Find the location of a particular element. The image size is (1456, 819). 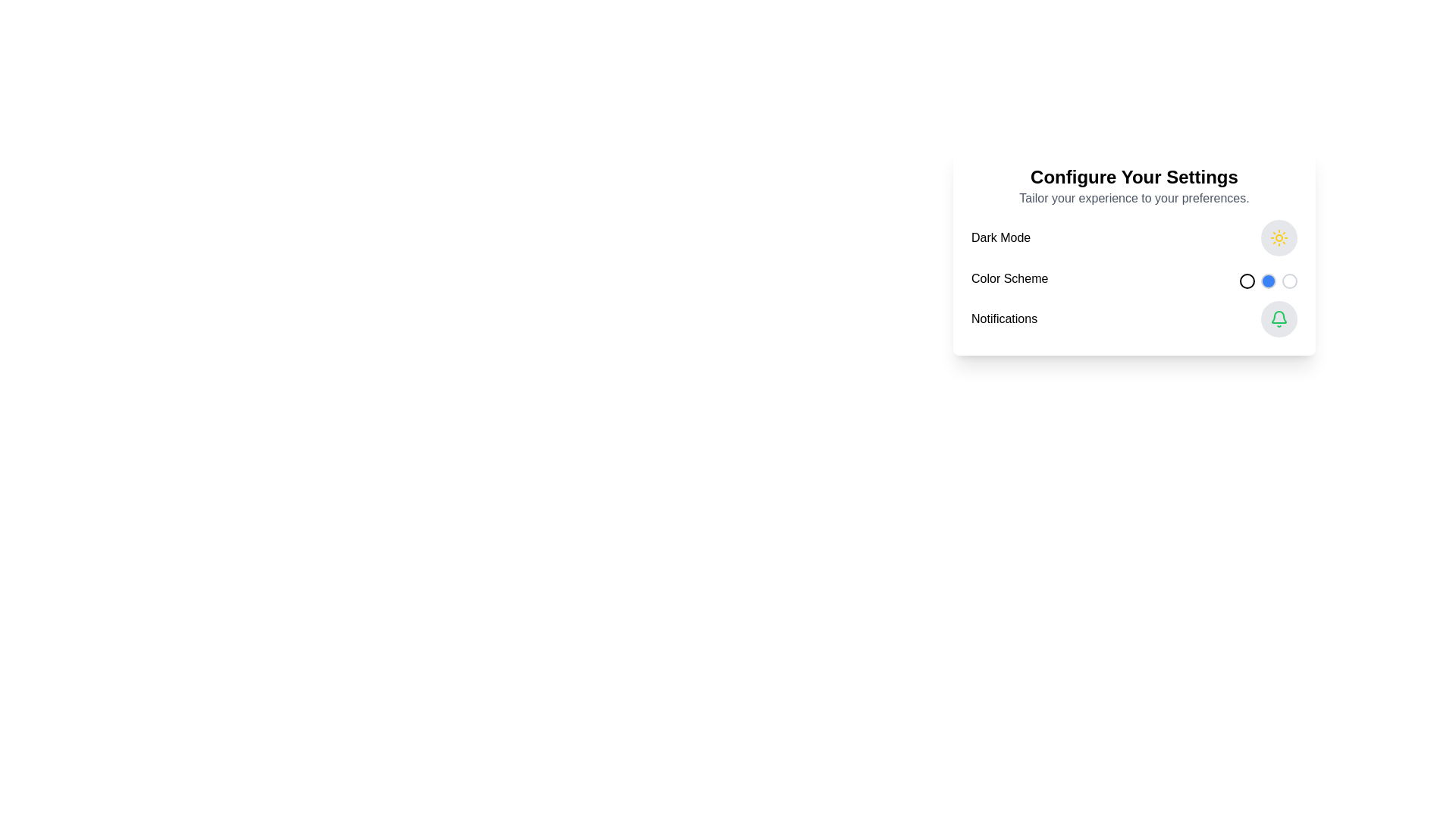

the green bell icon within the circular button in the bottom-right corner of the 'Configure Your Settings' section is located at coordinates (1278, 318).